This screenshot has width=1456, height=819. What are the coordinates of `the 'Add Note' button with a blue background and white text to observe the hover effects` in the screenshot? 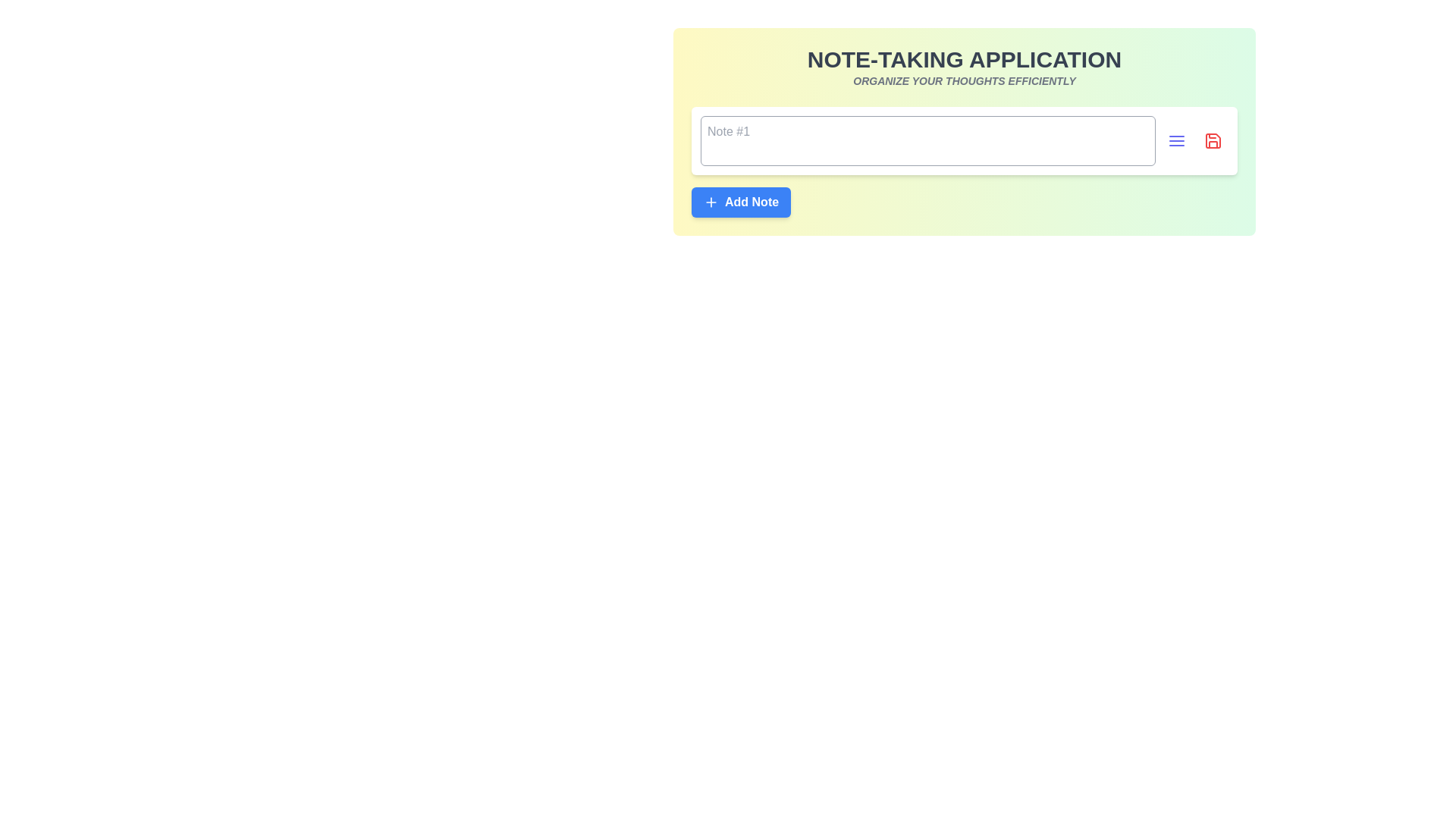 It's located at (741, 201).